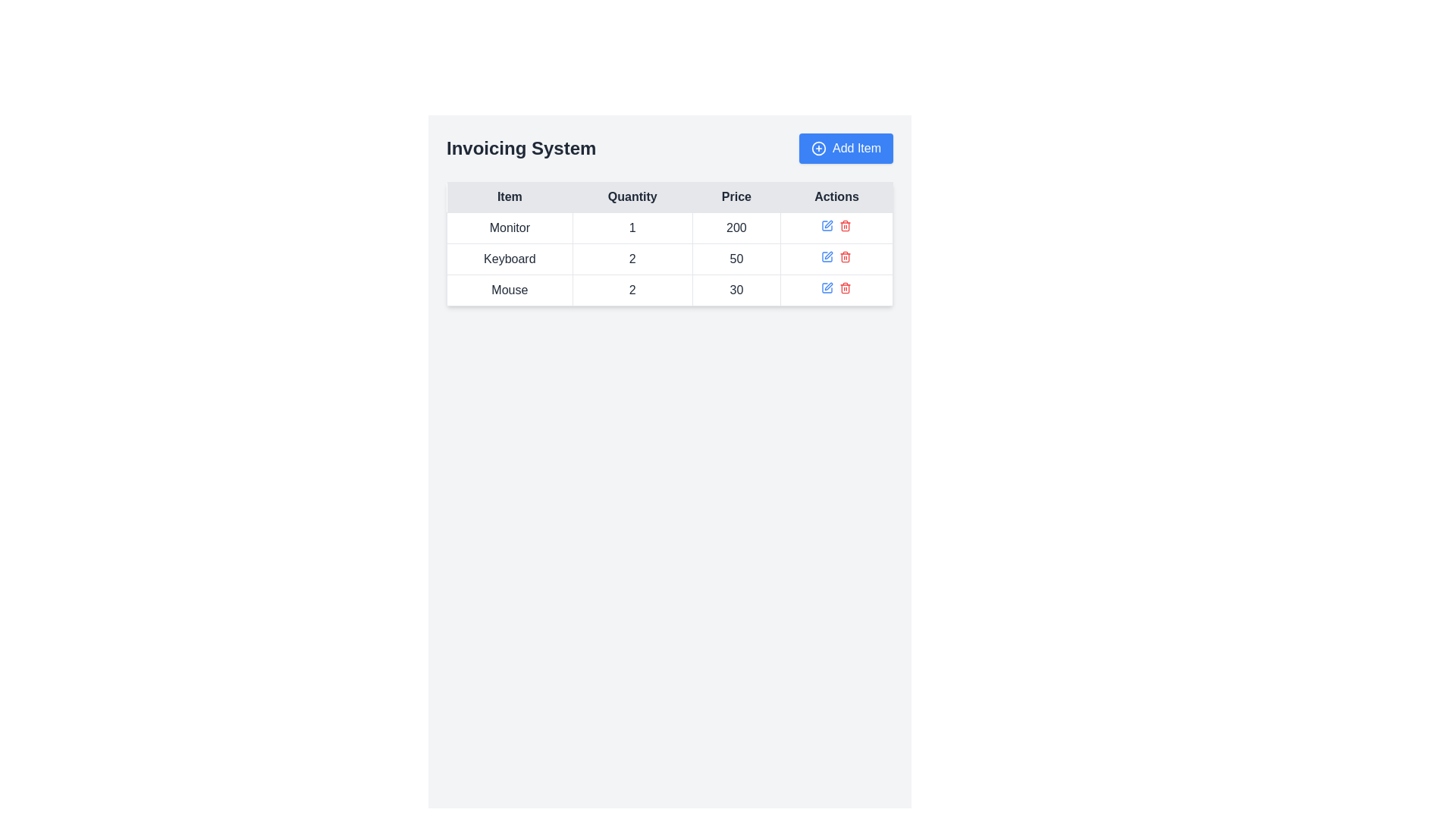 This screenshot has width=1456, height=819. Describe the element at coordinates (510, 227) in the screenshot. I see `the first table cell in the 'Item' column of the Invoicing System to potentially reveal additional information` at that location.